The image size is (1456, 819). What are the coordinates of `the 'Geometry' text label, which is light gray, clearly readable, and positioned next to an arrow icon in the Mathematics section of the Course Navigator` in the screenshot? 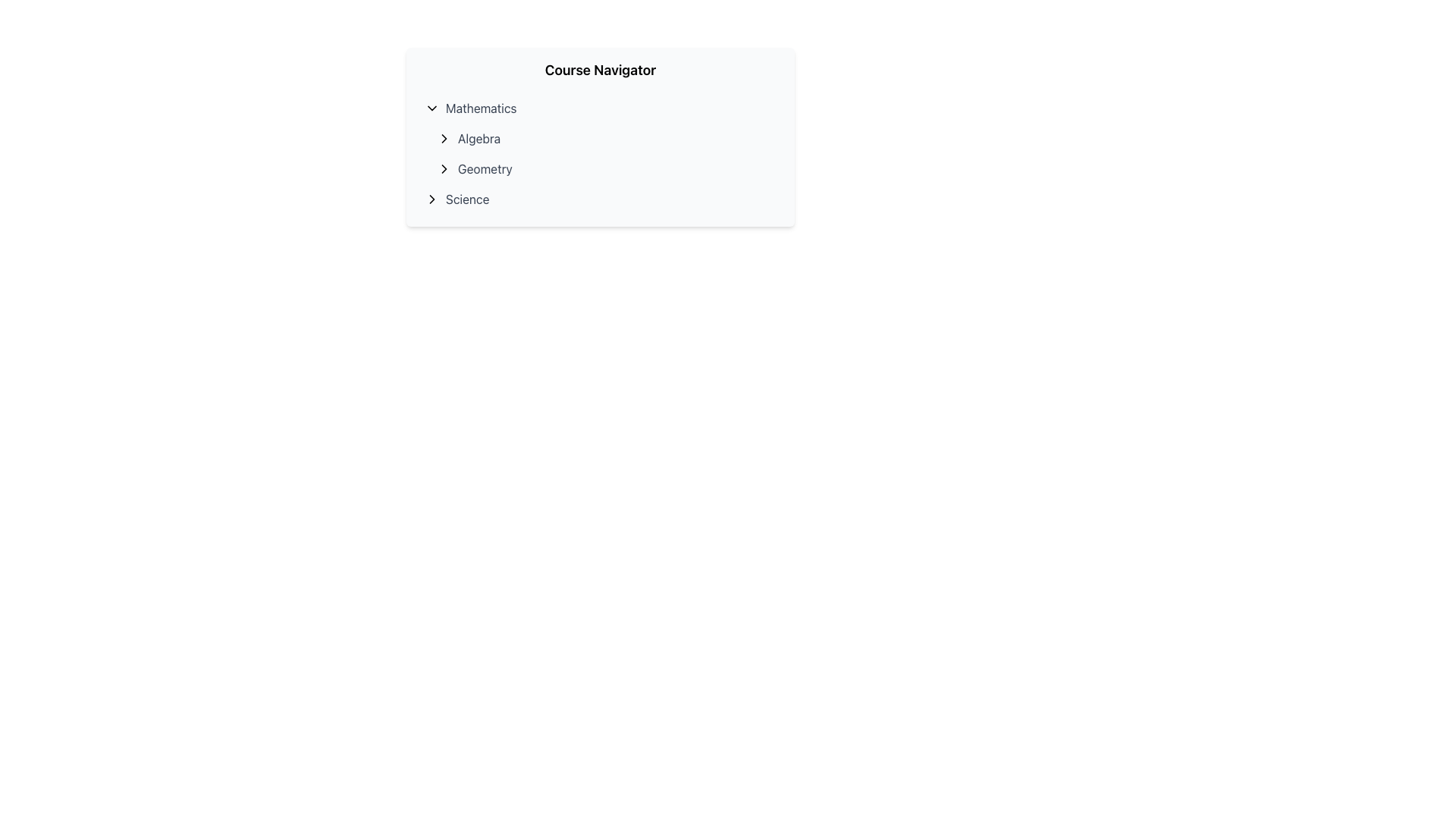 It's located at (484, 169).